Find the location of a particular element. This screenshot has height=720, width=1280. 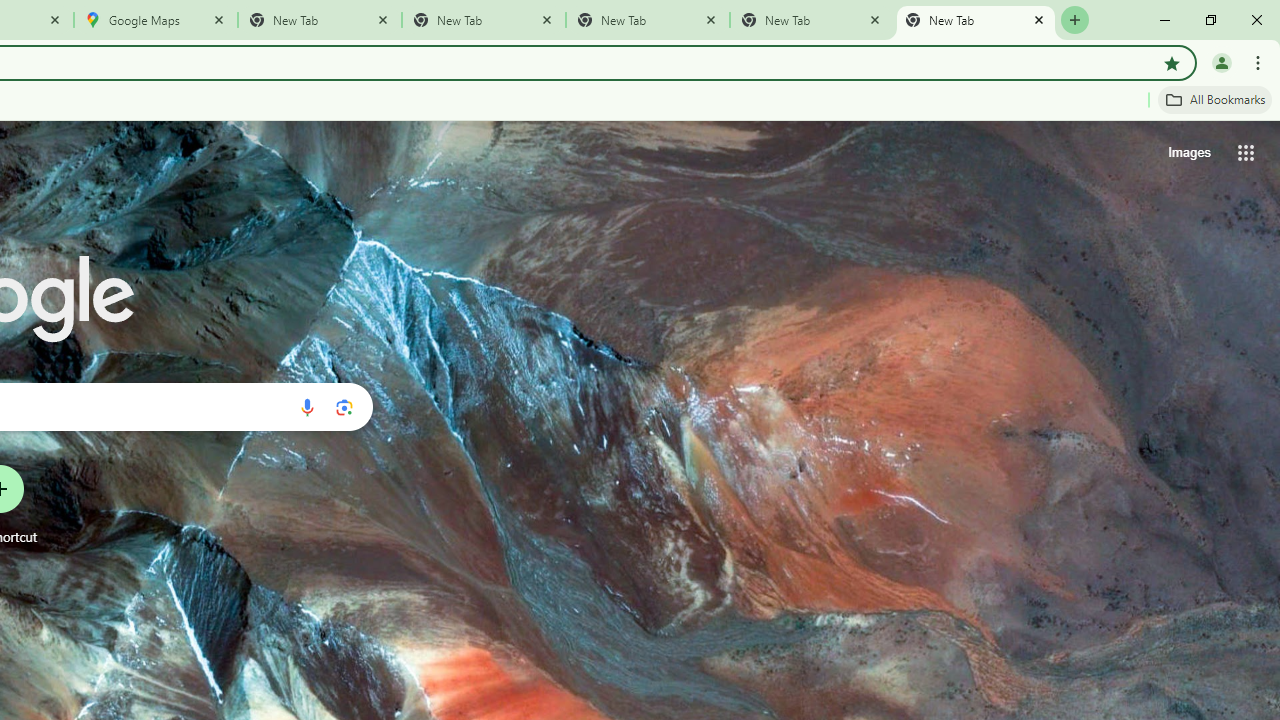

'New Tab' is located at coordinates (976, 20).